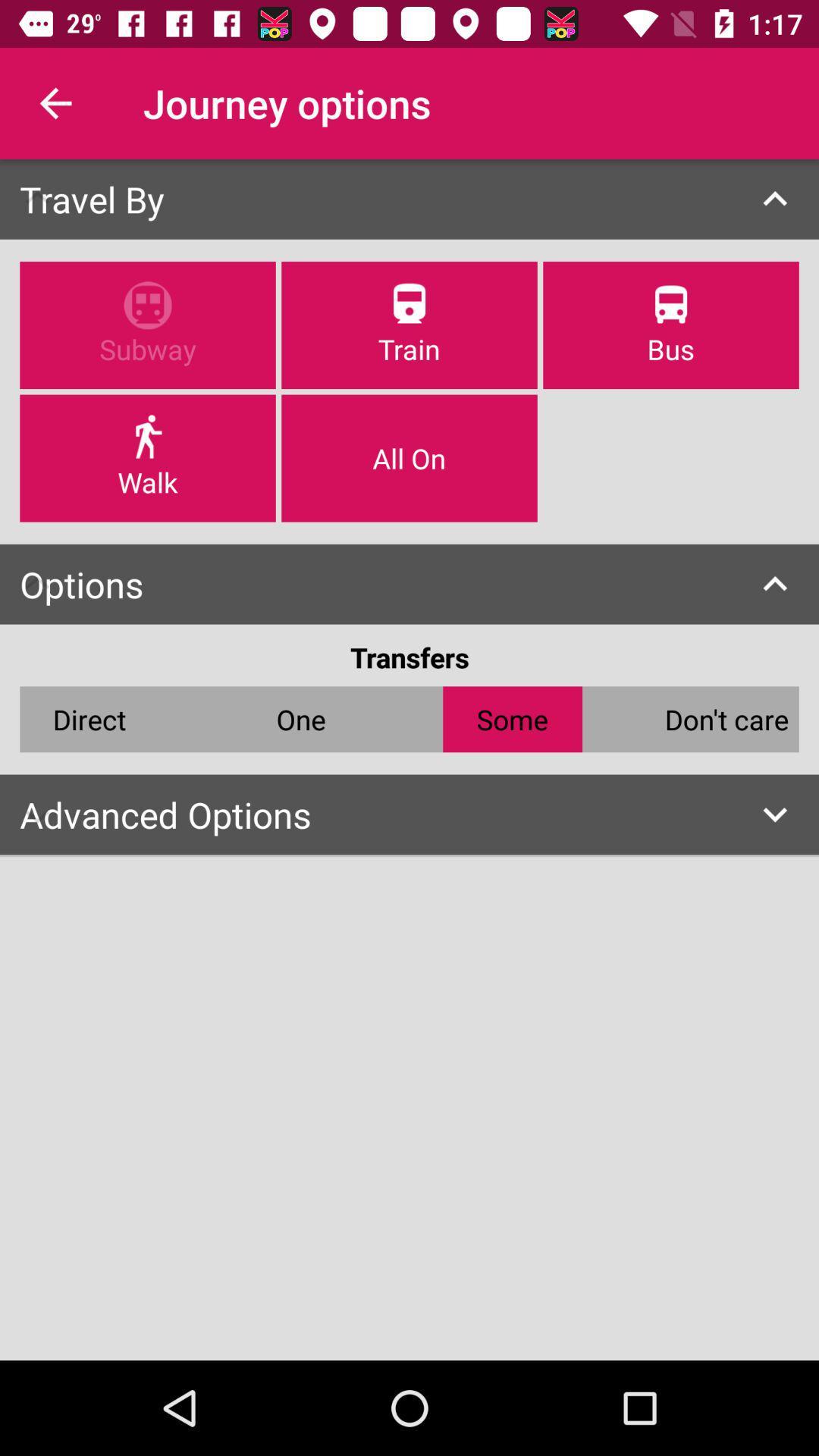 This screenshot has height=1456, width=819. Describe the element at coordinates (726, 718) in the screenshot. I see `don't care` at that location.